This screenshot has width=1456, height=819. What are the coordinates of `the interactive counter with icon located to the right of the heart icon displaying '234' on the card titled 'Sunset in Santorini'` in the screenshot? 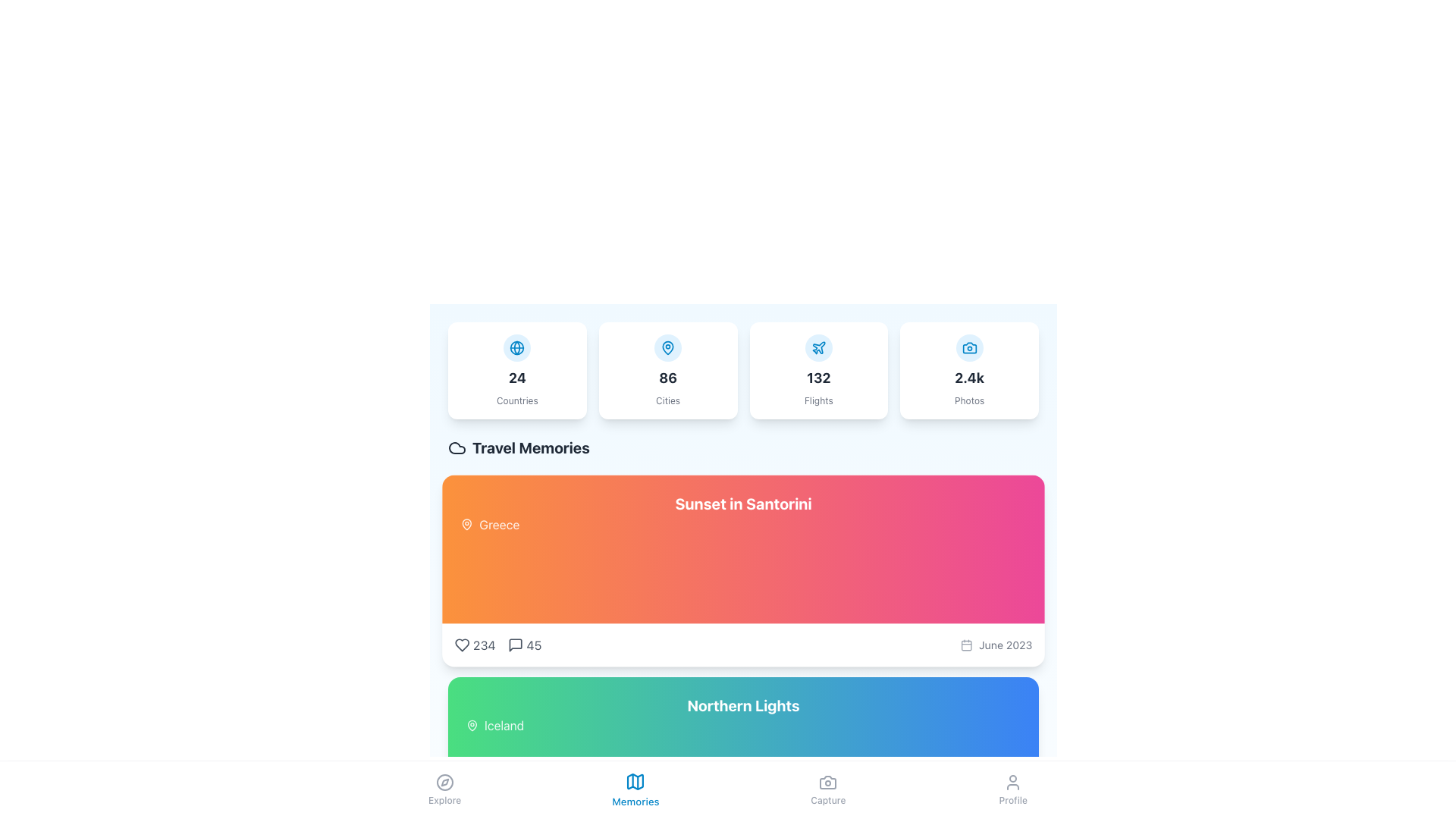 It's located at (525, 645).